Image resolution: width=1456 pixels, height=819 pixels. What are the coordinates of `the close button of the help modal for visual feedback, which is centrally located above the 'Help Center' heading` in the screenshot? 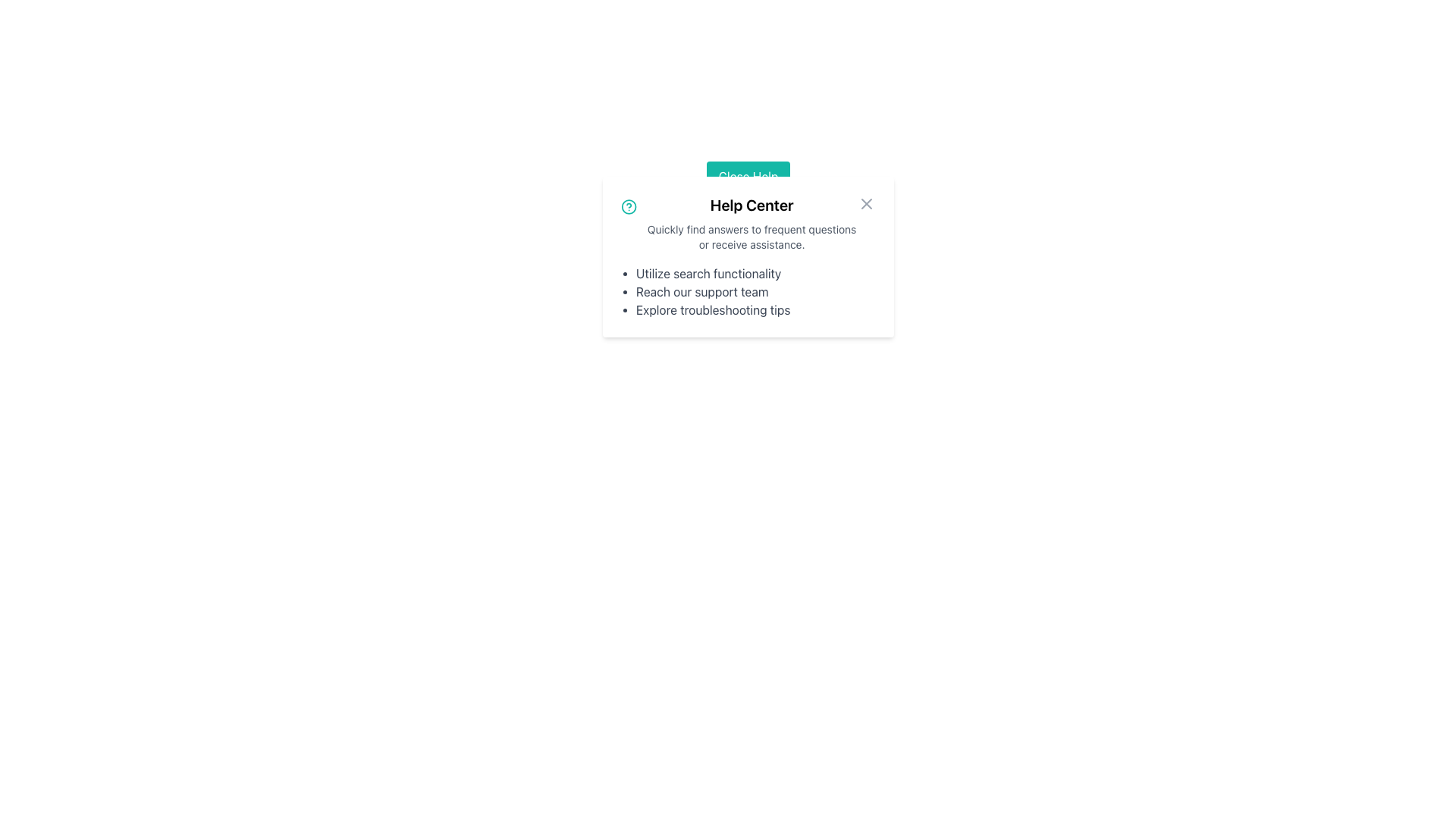 It's located at (748, 175).